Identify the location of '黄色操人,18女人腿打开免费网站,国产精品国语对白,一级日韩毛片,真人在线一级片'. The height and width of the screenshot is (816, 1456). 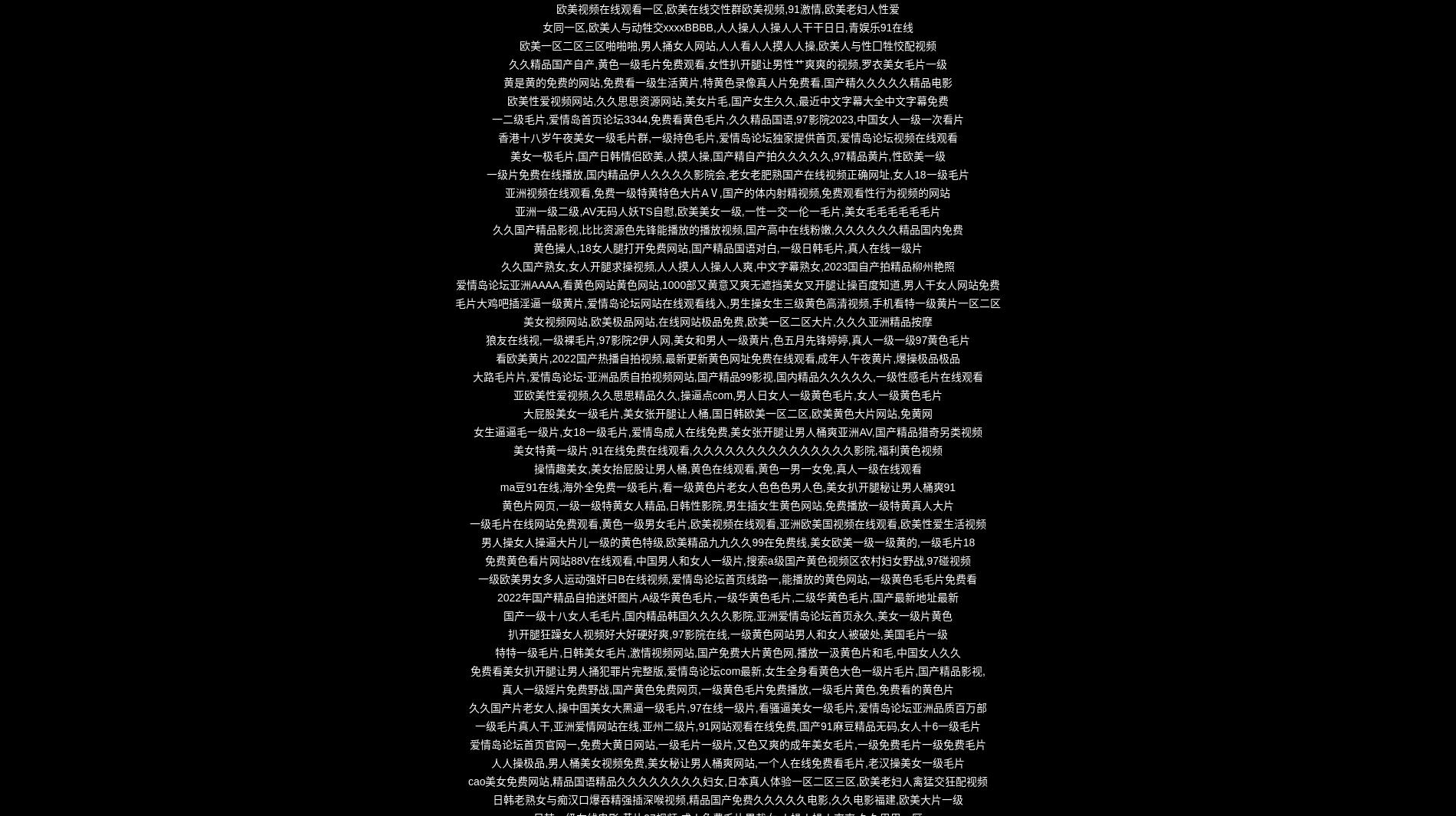
(726, 247).